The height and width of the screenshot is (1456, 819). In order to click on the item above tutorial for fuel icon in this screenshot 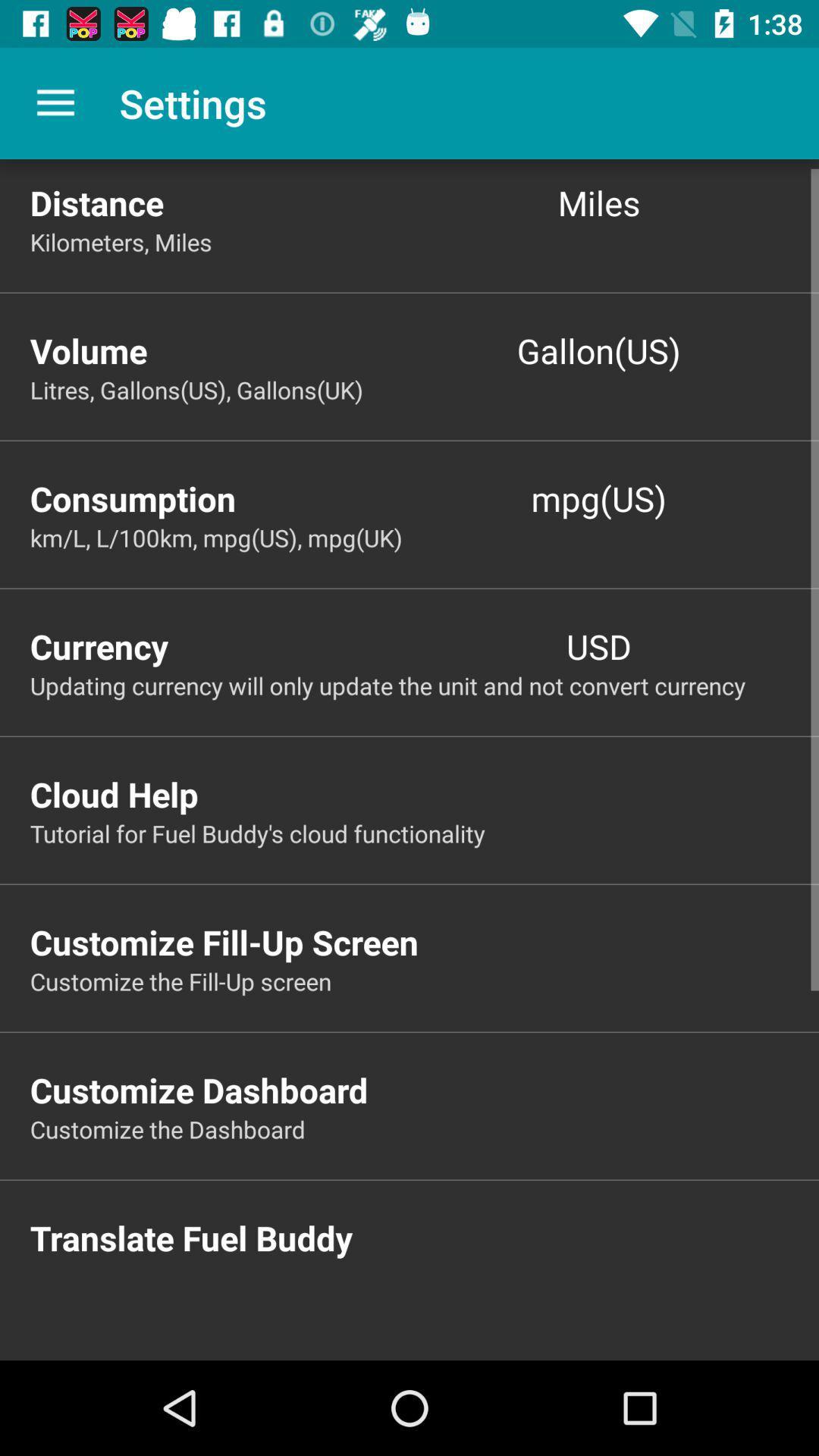, I will do `click(424, 793)`.